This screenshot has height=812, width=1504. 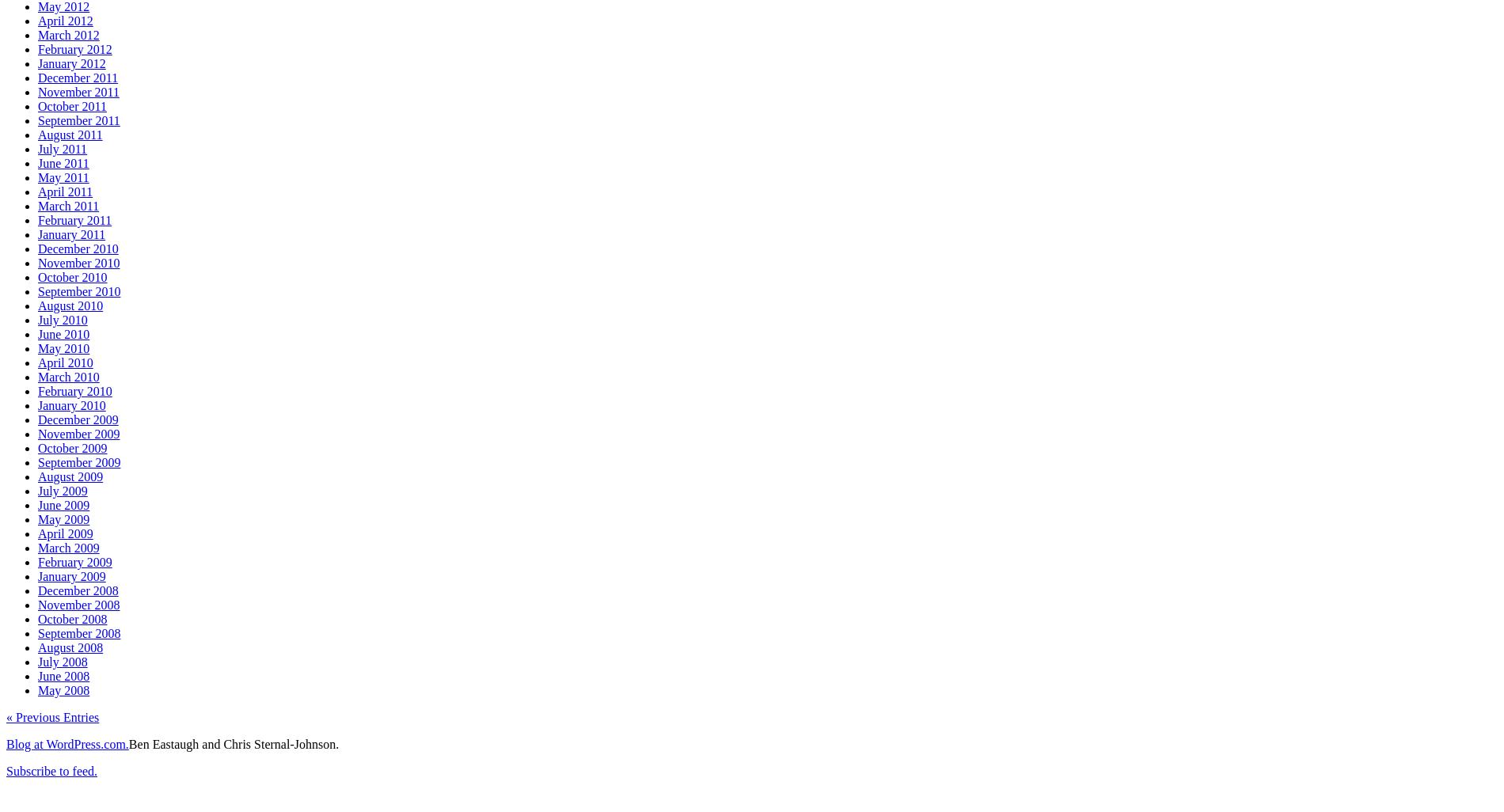 I want to click on 'Blog at WordPress.com.', so click(x=66, y=743).